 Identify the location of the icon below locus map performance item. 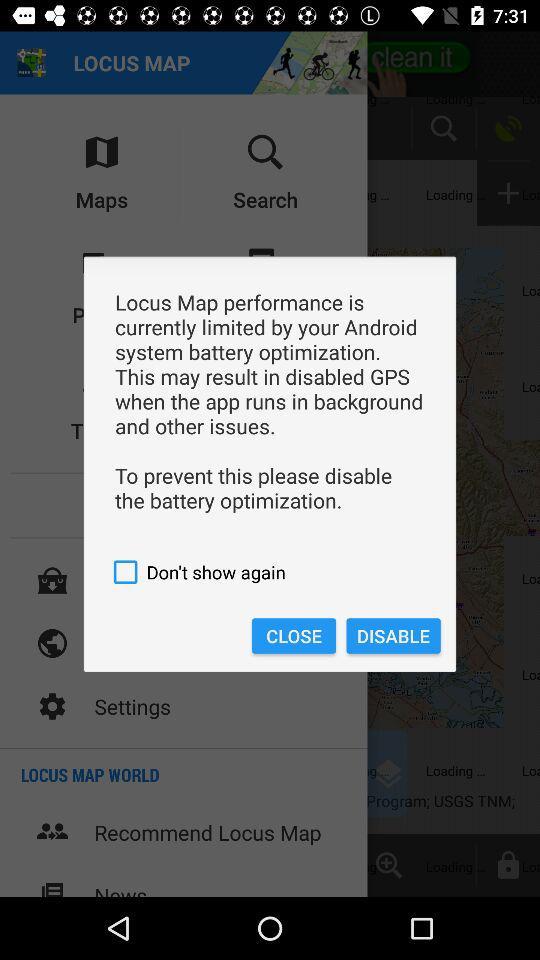
(270, 572).